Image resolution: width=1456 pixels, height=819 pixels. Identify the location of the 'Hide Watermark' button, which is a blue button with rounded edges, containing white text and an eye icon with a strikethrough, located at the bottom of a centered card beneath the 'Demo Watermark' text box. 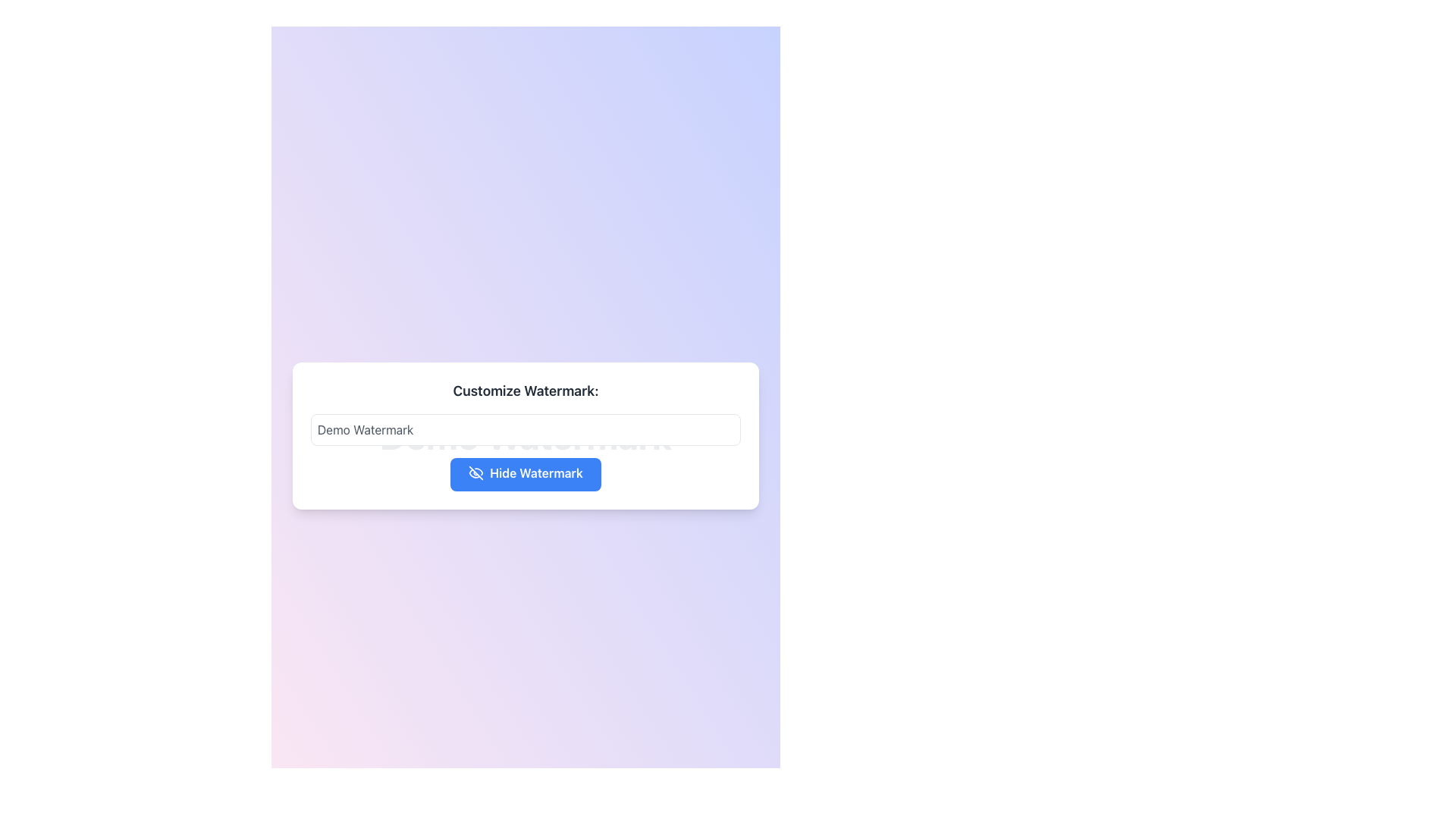
(526, 472).